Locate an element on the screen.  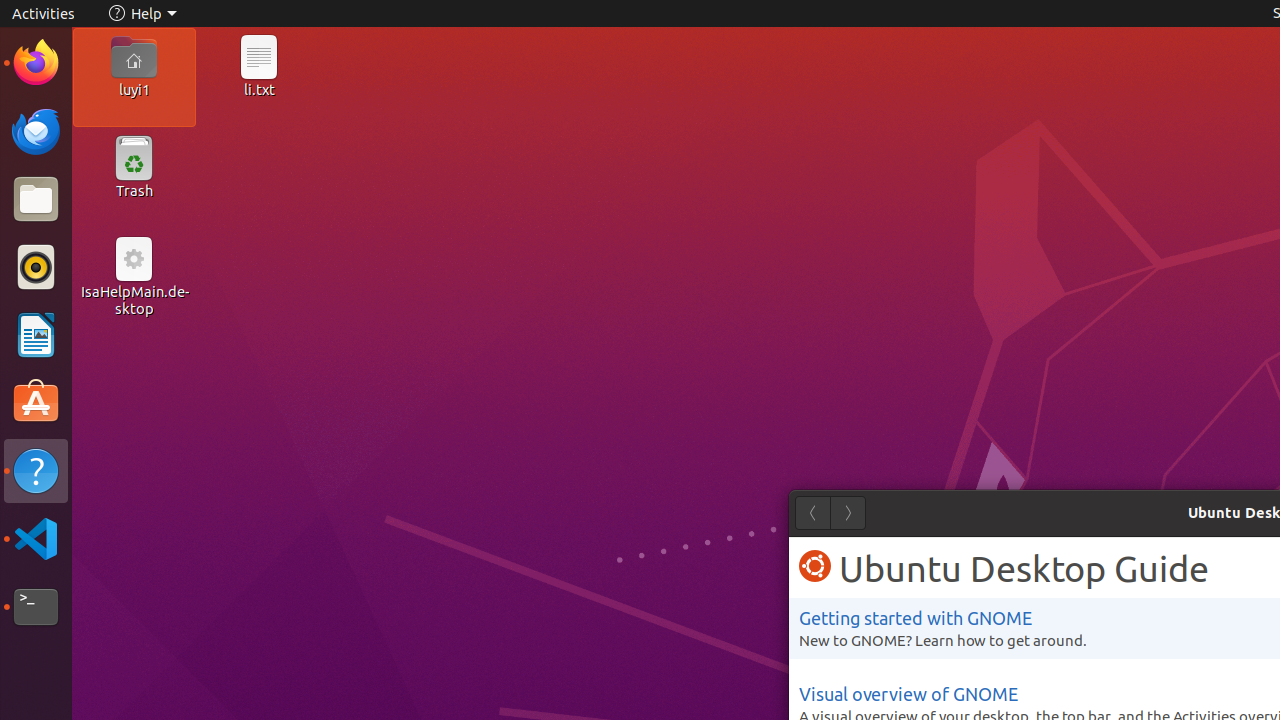
'li.txt' is located at coordinates (257, 88).